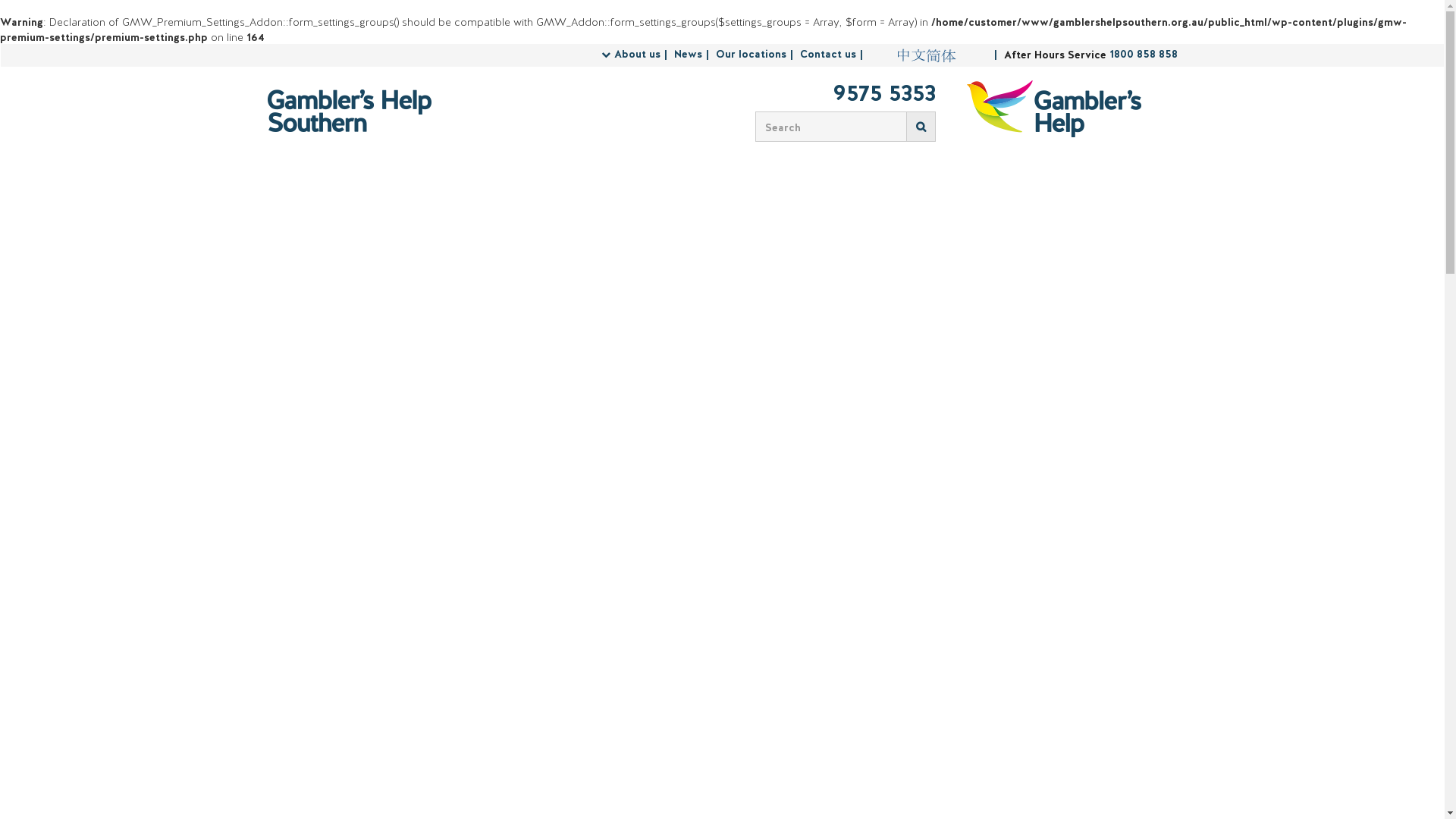  I want to click on 'Contact us', so click(832, 54).